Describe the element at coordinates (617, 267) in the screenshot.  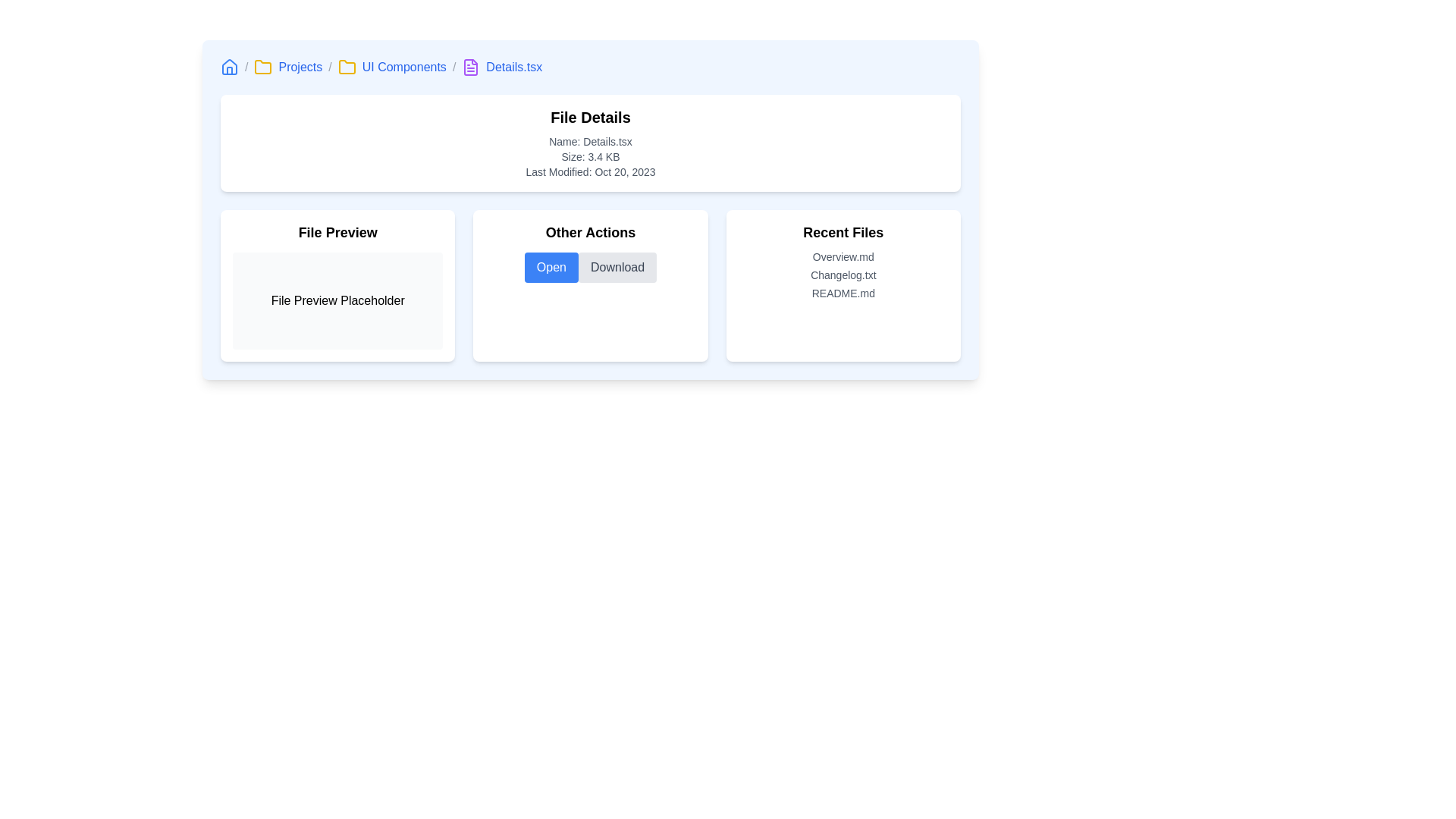
I see `the download button located within the 'Other Actions' card, positioned below the title and adjacent to the 'Open' button, to see the focus ring` at that location.